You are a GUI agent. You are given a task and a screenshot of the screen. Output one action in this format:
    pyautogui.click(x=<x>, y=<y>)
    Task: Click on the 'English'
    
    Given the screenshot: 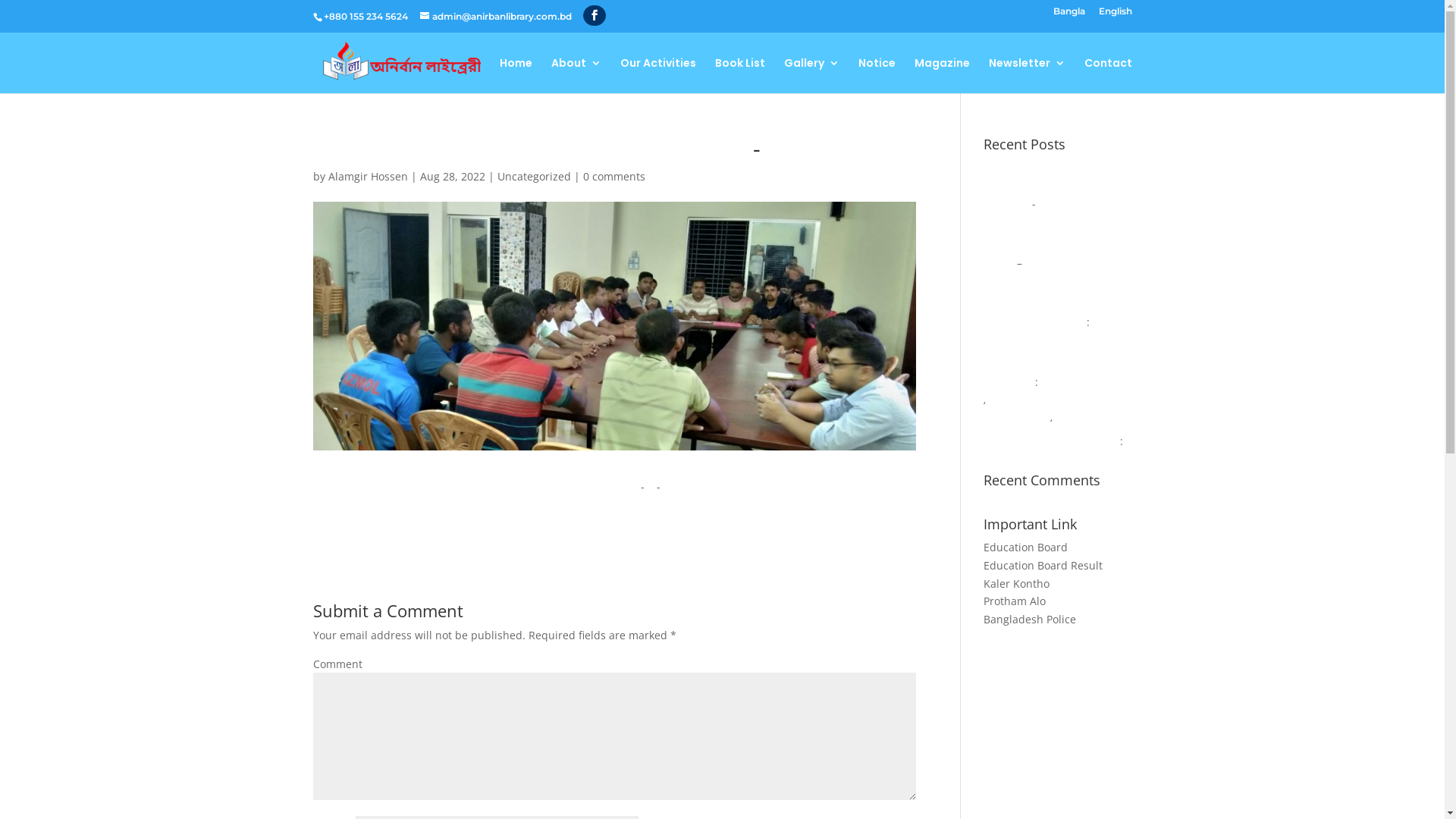 What is the action you would take?
    pyautogui.click(x=1114, y=14)
    